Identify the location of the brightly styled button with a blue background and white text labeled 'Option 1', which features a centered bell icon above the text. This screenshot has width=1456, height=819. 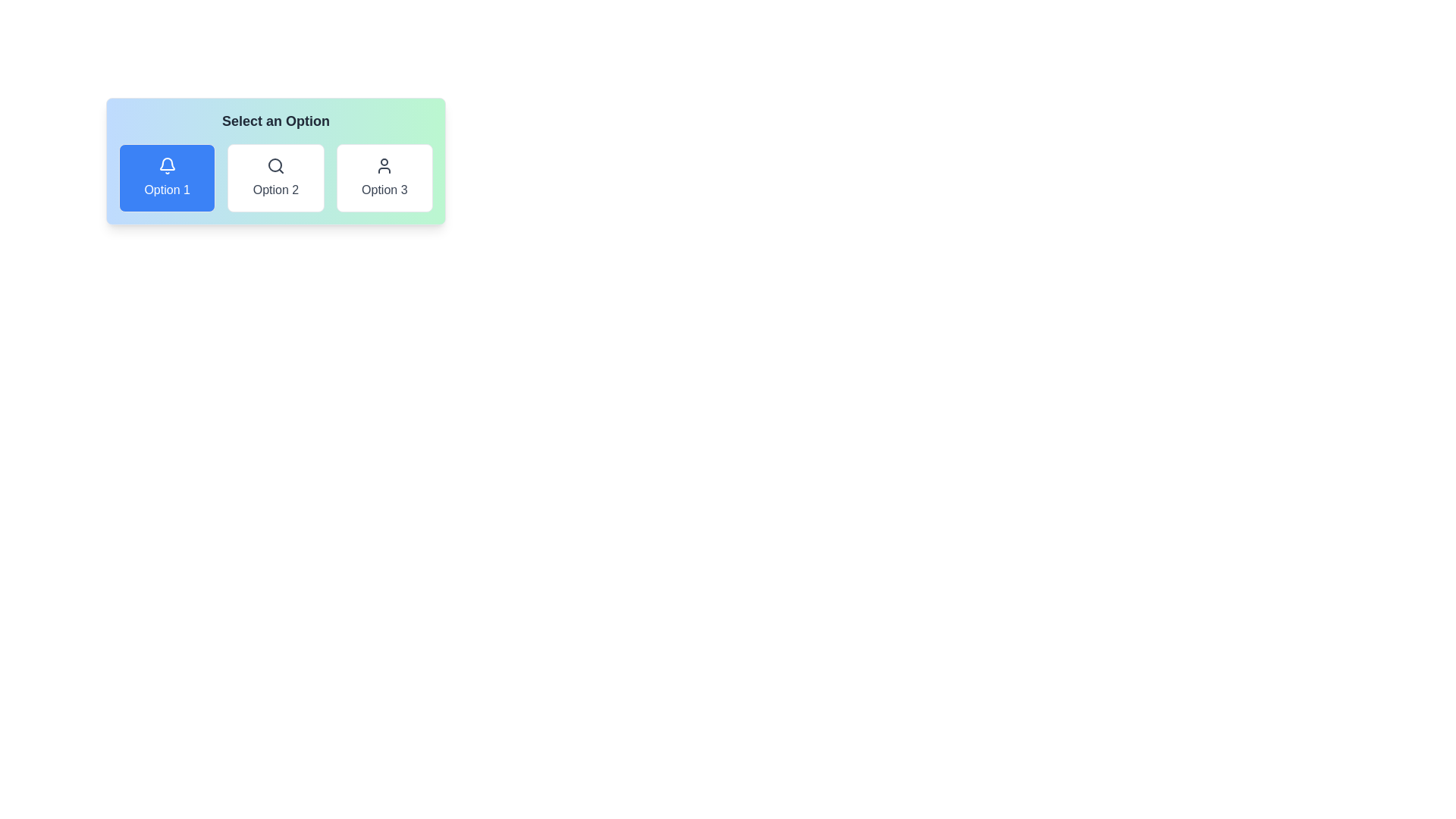
(167, 177).